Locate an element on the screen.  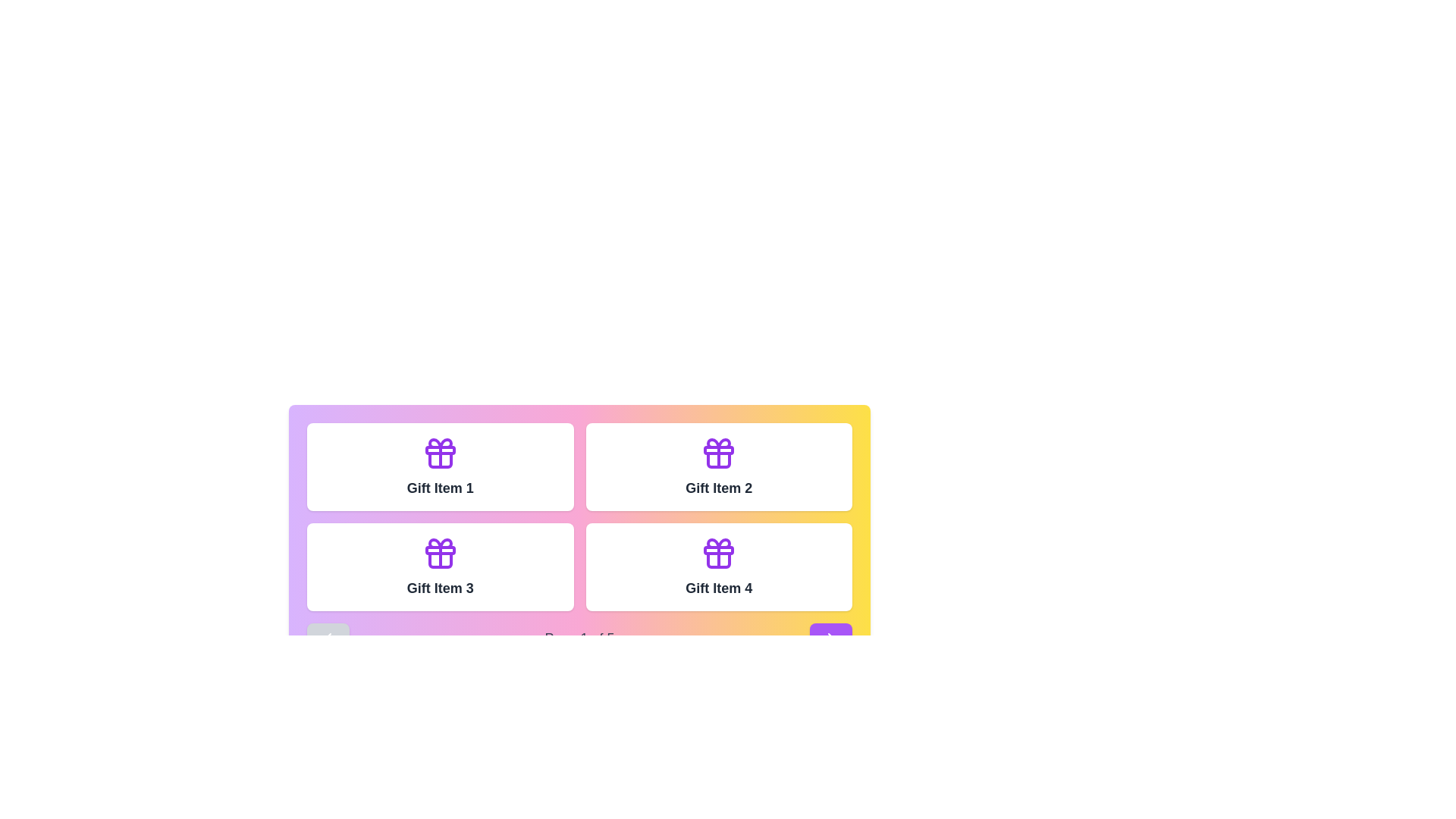
text label located at the bottom-left of the grid layout, specifically under the second row and the first column of items, which is below the gift icon is located at coordinates (439, 587).